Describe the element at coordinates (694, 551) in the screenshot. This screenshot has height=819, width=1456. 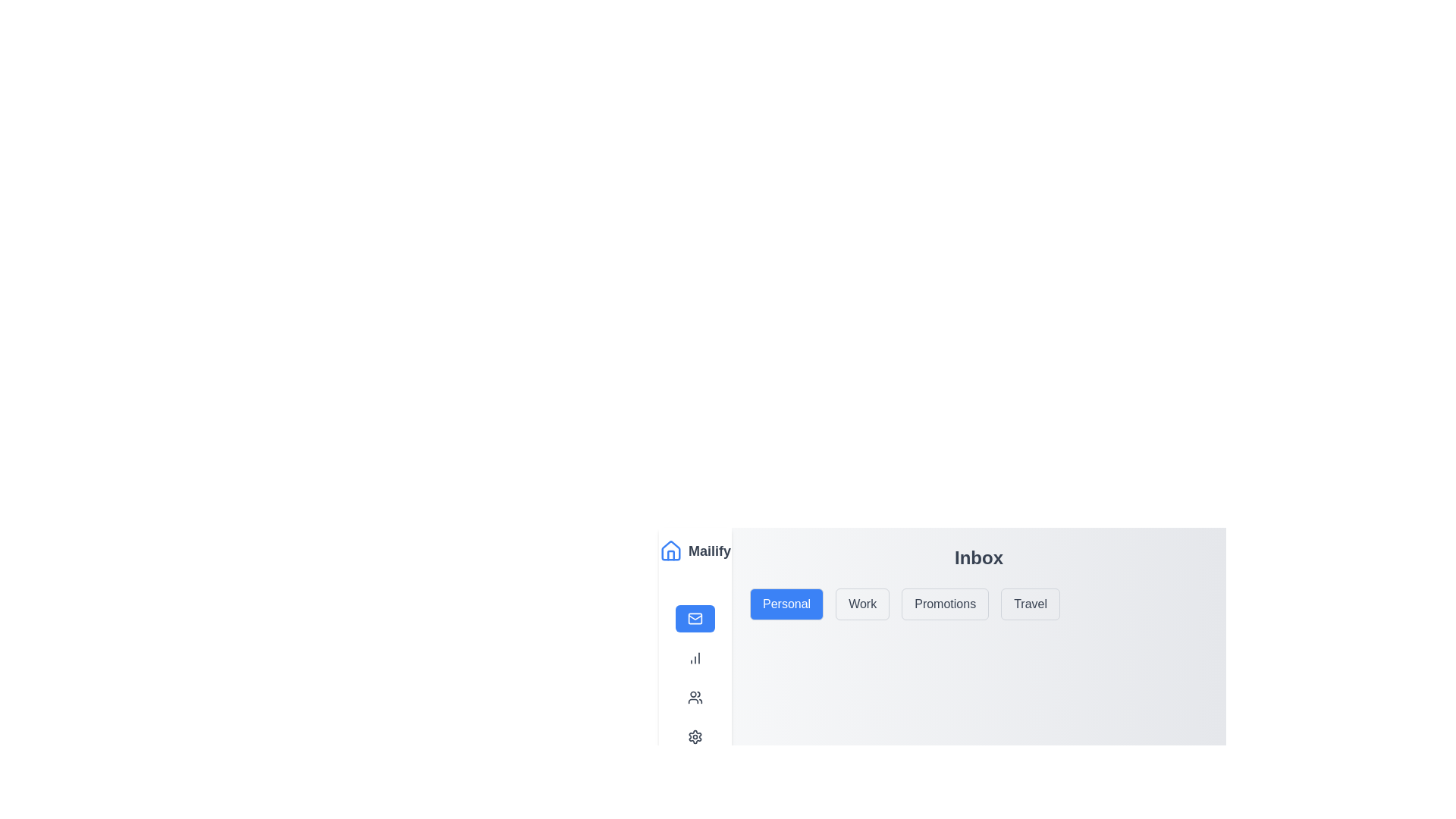
I see `the Branding section at the top of the vertical navigation panel, which contains a blue house icon and the text 'Mailify' in bold` at that location.